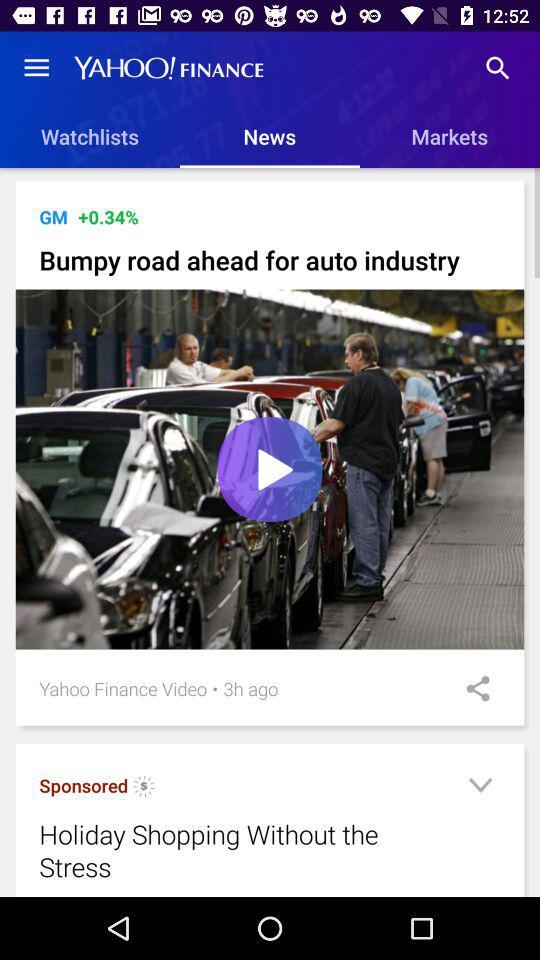  Describe the element at coordinates (479, 788) in the screenshot. I see `the item to the right of holiday shopping without icon` at that location.